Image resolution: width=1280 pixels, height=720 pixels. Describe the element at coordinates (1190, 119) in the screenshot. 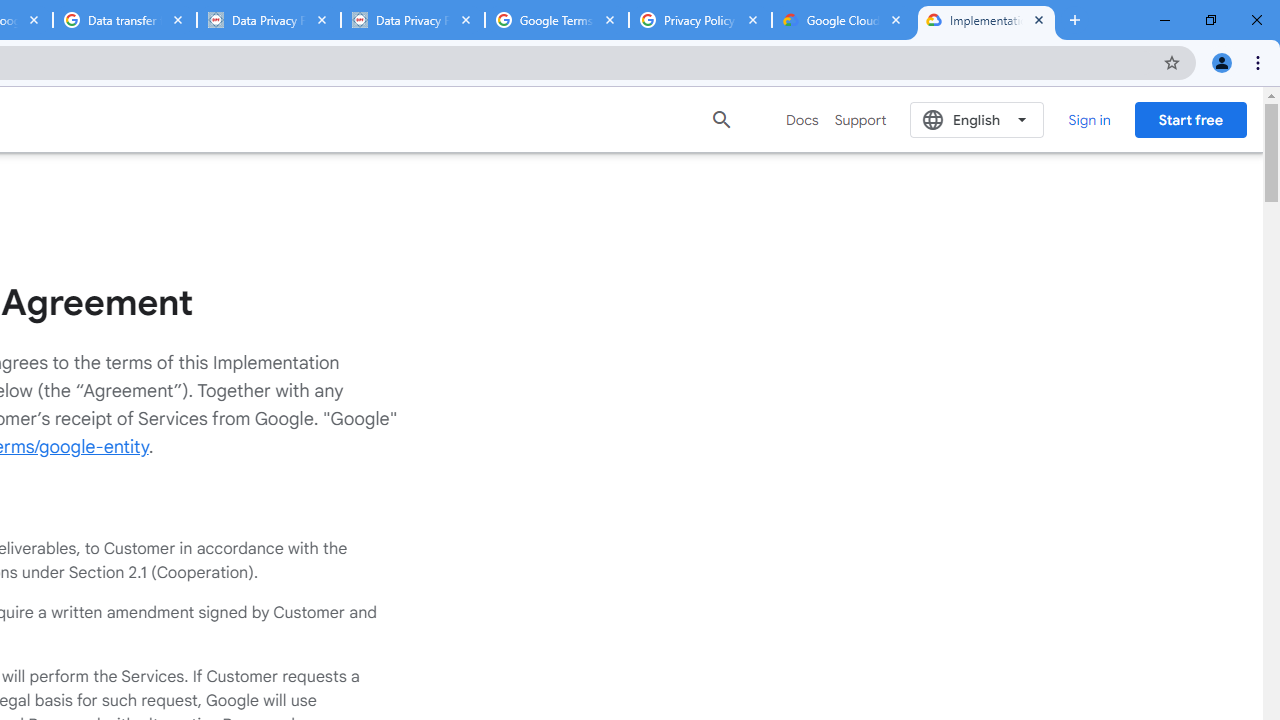

I see `'Start free'` at that location.